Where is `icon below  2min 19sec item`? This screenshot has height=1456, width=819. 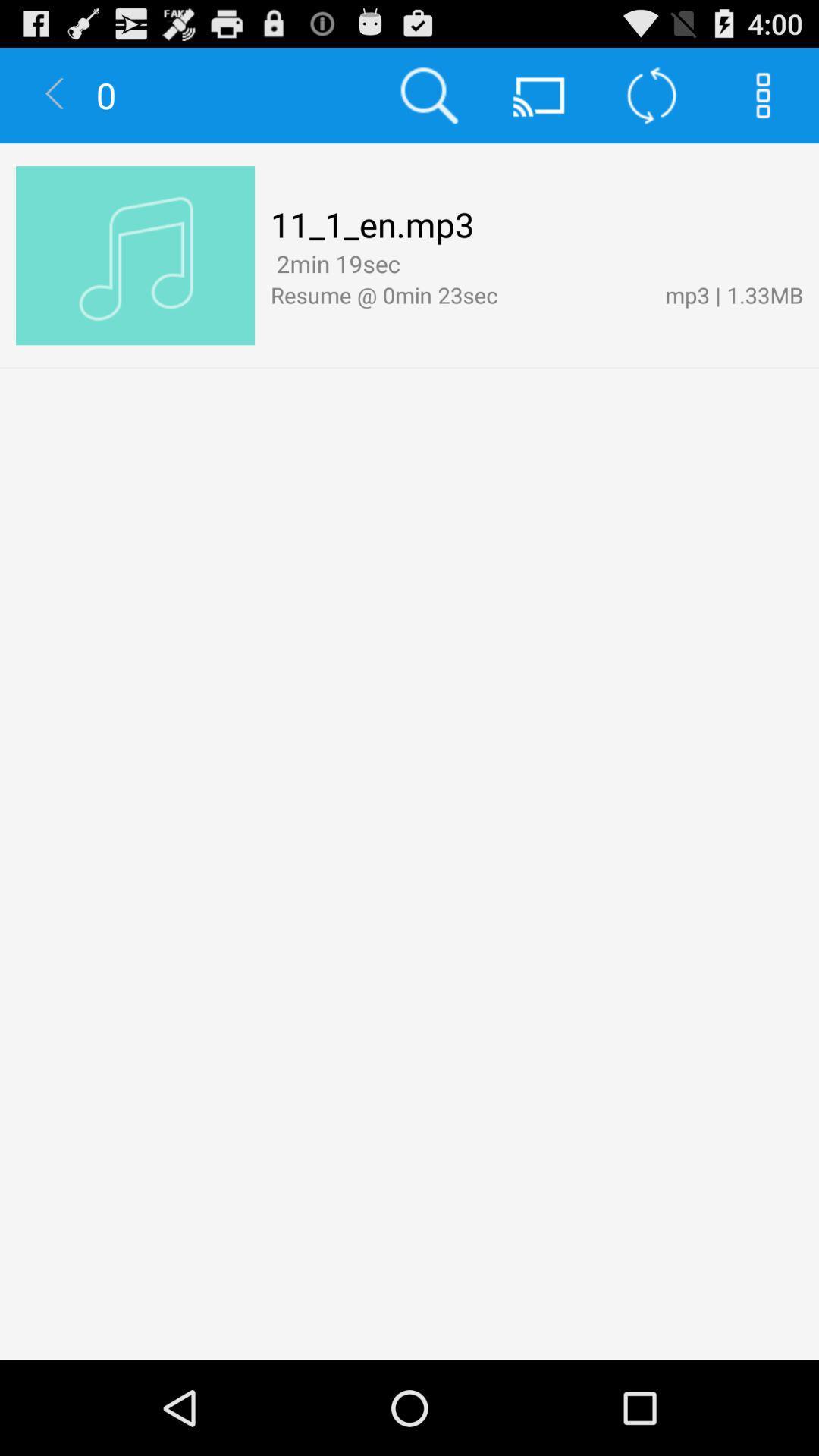 icon below  2min 19sec item is located at coordinates (459, 294).